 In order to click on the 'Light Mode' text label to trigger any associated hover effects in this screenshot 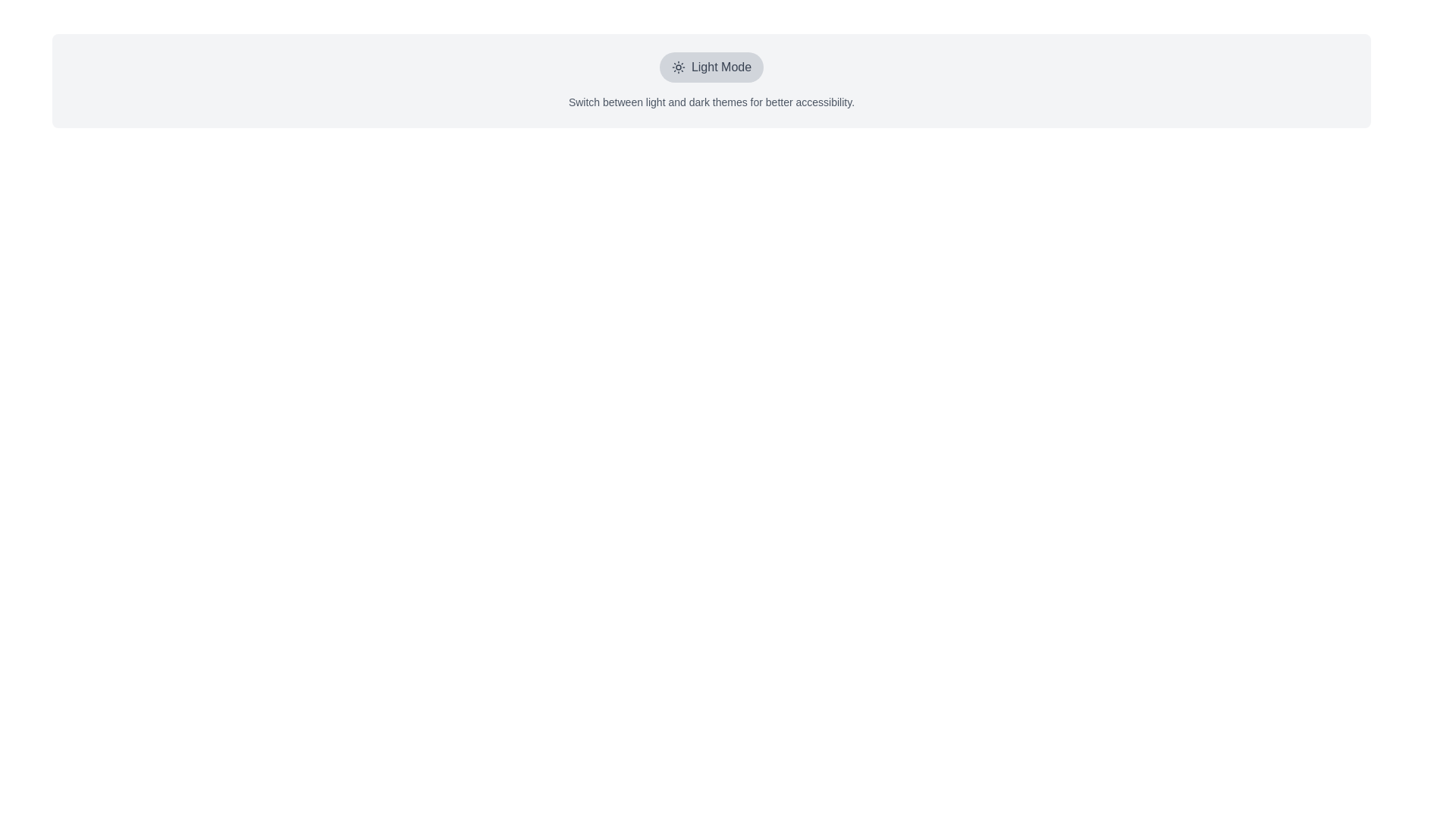, I will do `click(720, 66)`.